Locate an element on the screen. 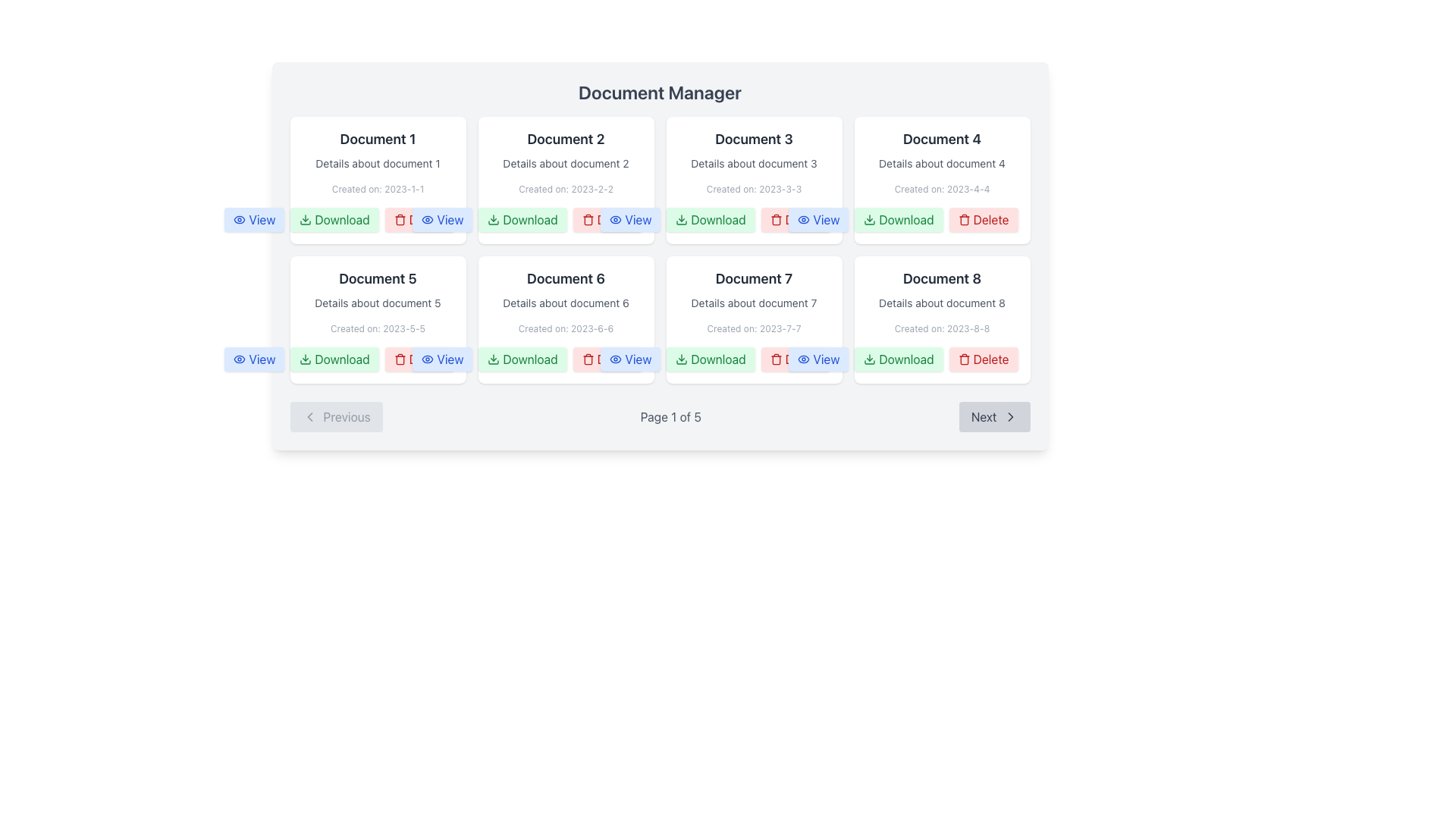  the 'Delete' button located in the actions section of the 'Document 6' card, positioned between the 'Download' and 'View' buttons is located at coordinates (607, 359).